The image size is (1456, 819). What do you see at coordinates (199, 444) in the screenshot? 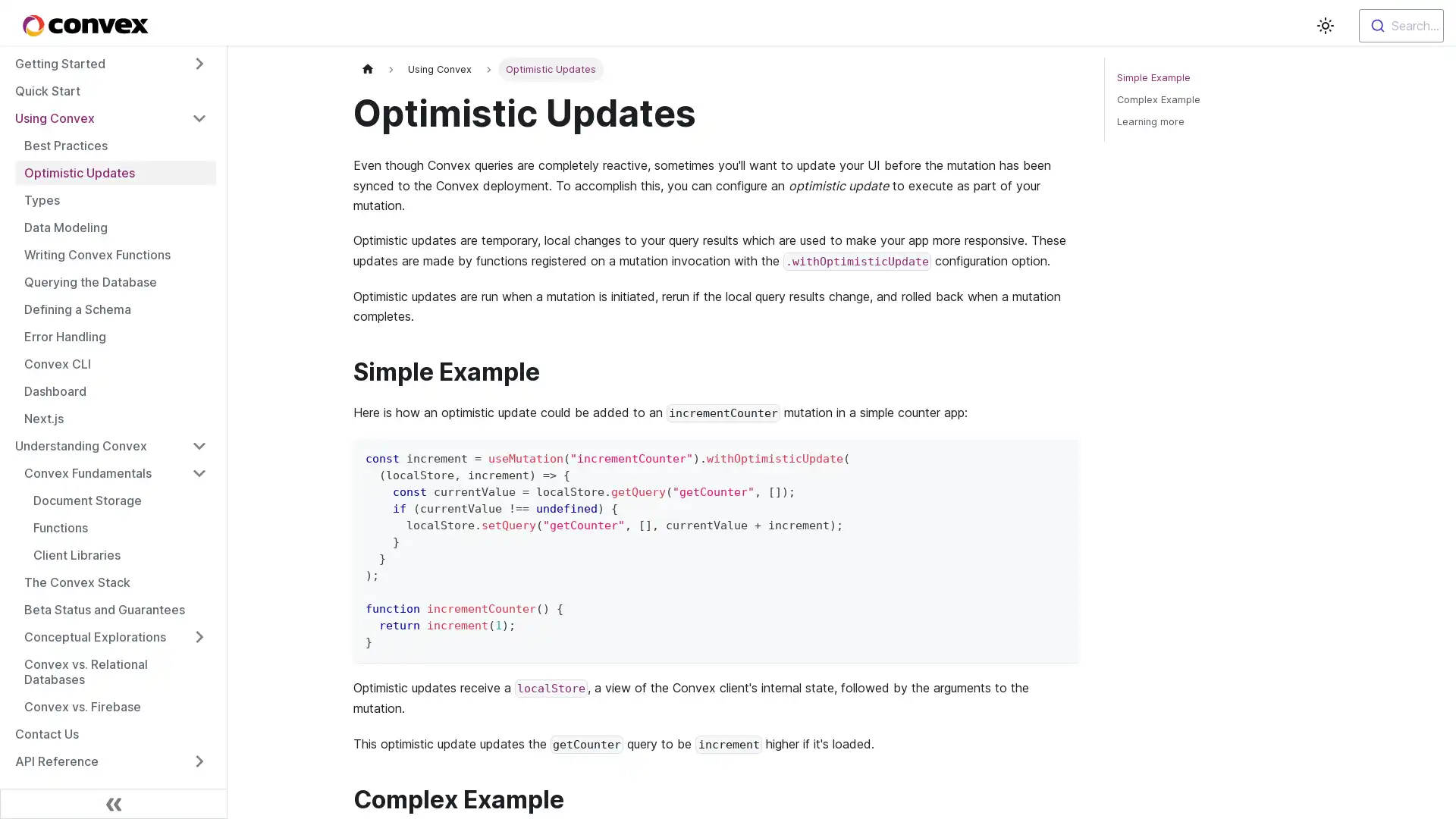
I see `Toggle the collapsible sidebar category 'Understanding Convex'` at bounding box center [199, 444].